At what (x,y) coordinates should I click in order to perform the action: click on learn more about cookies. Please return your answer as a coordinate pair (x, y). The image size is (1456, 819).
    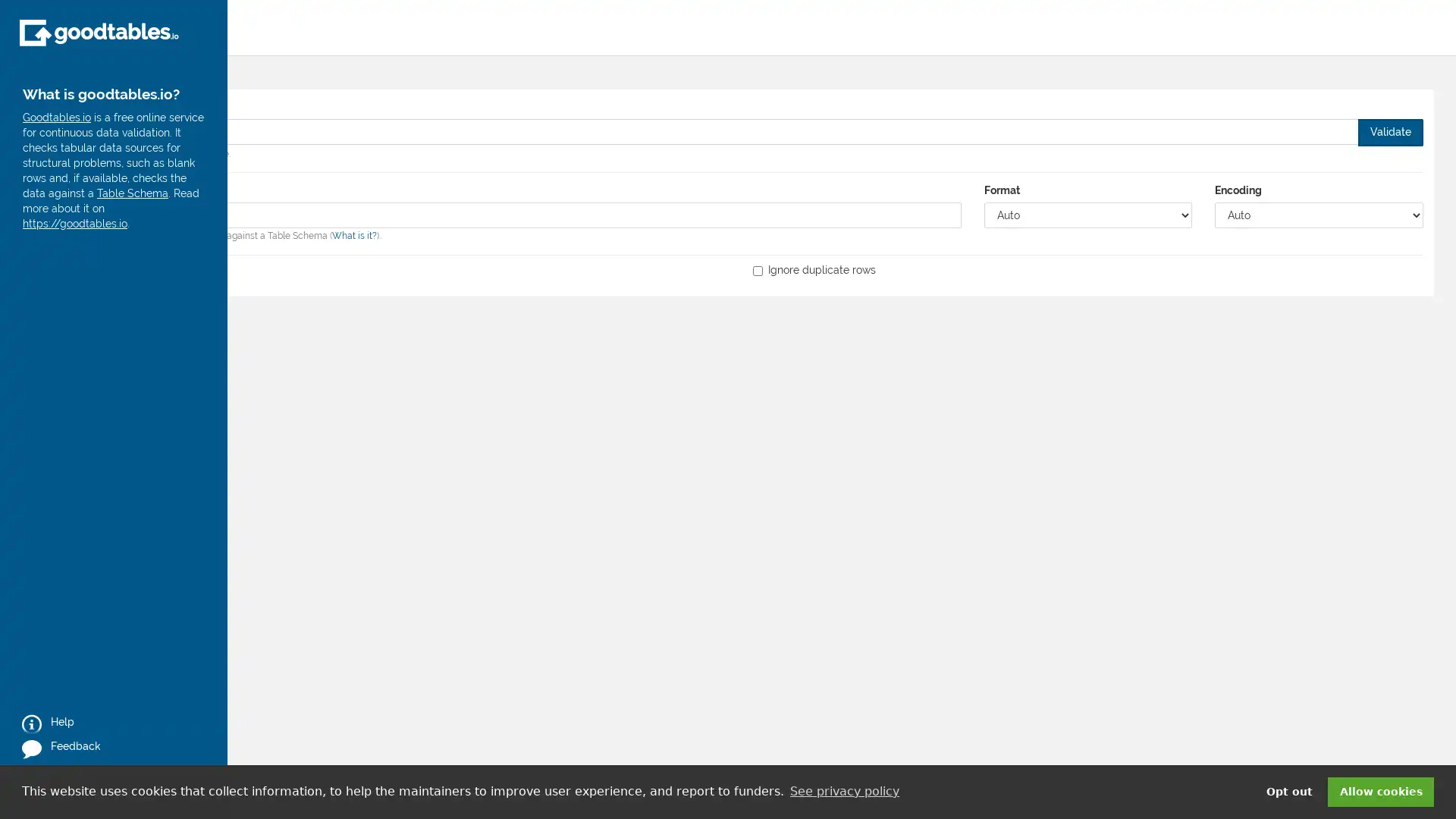
    Looking at the image, I should click on (843, 791).